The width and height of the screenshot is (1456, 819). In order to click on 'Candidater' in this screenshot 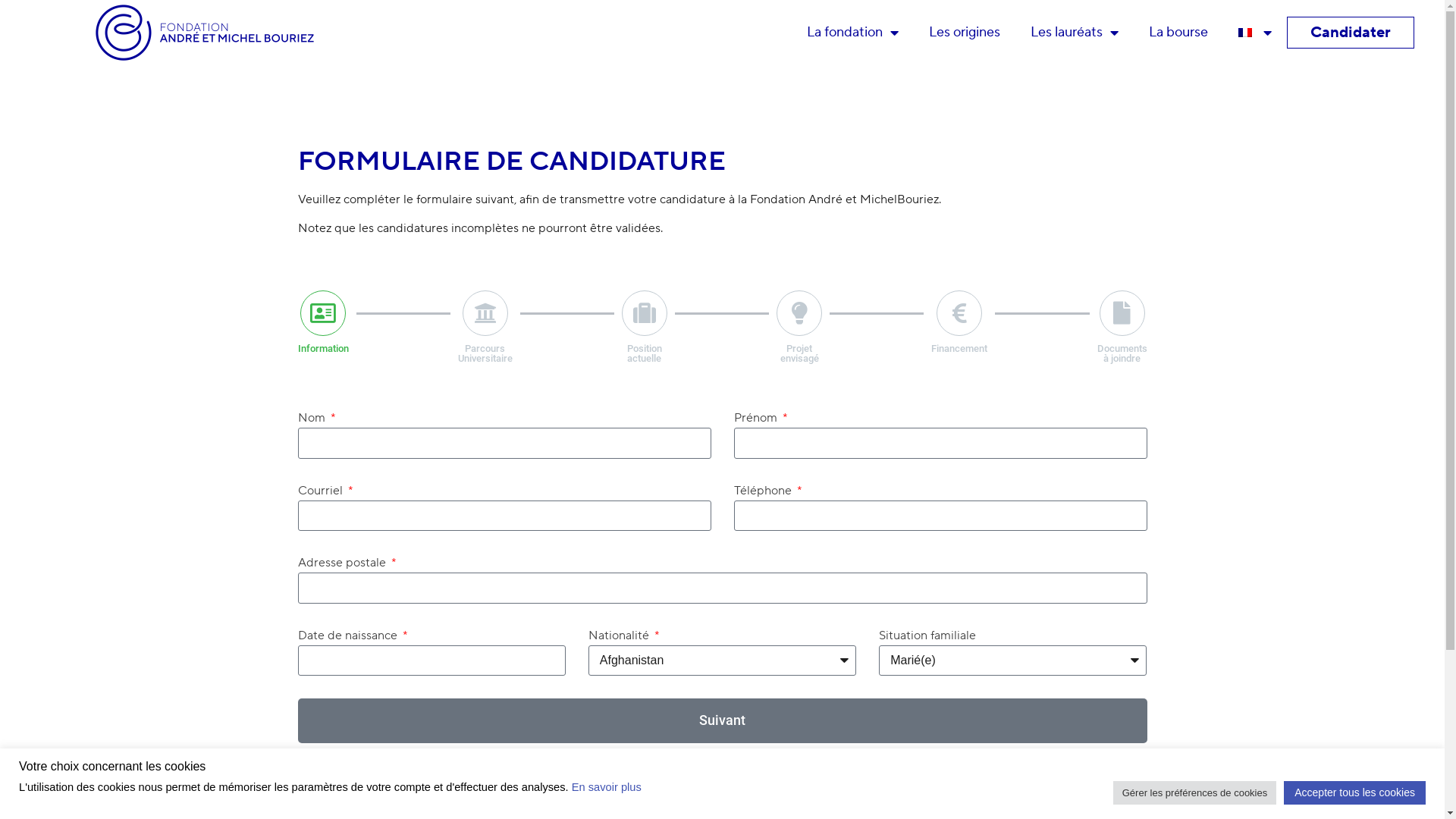, I will do `click(1310, 32)`.